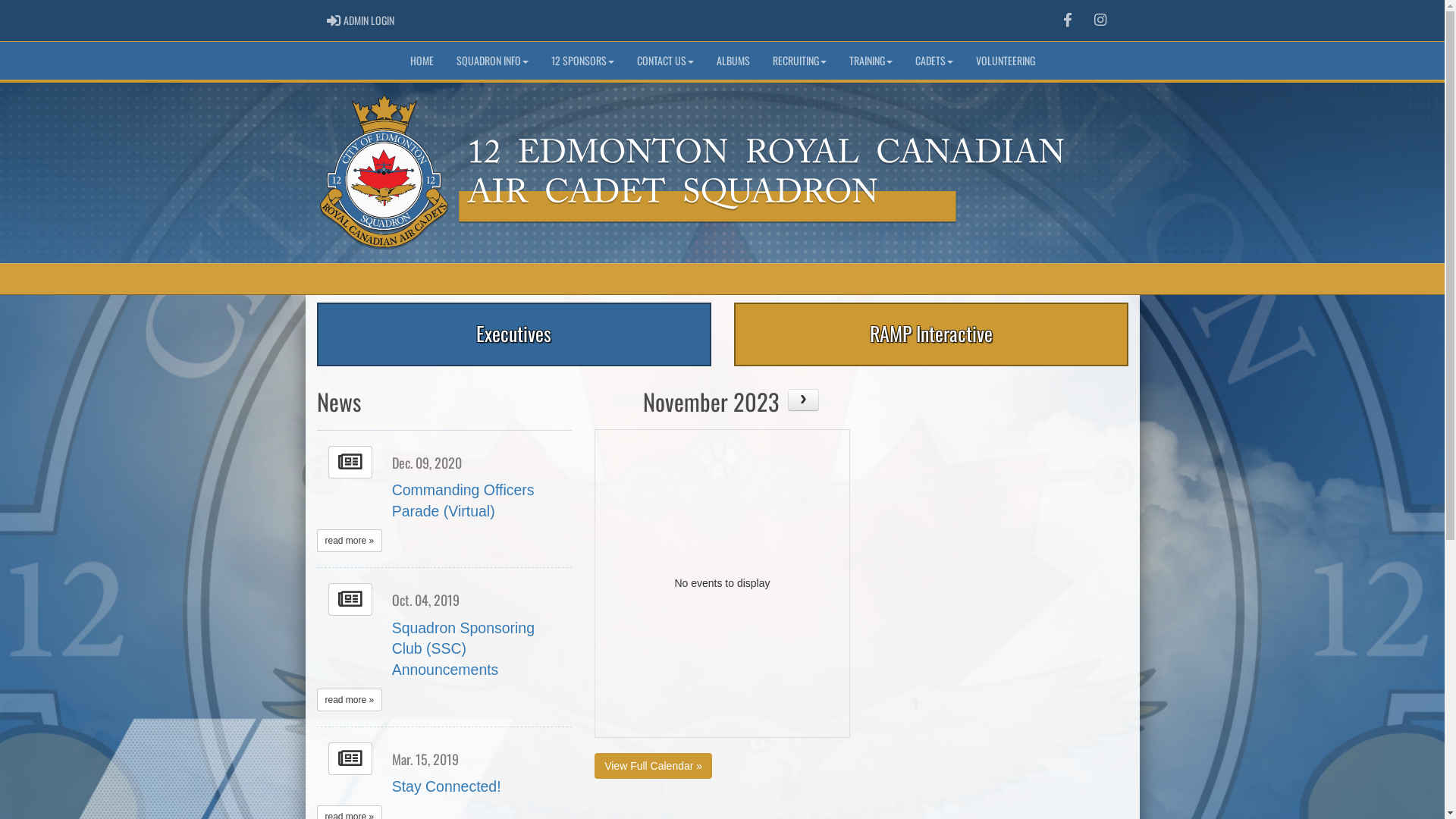 The width and height of the screenshot is (1456, 819). I want to click on 'Login Page', so click(332, 20).